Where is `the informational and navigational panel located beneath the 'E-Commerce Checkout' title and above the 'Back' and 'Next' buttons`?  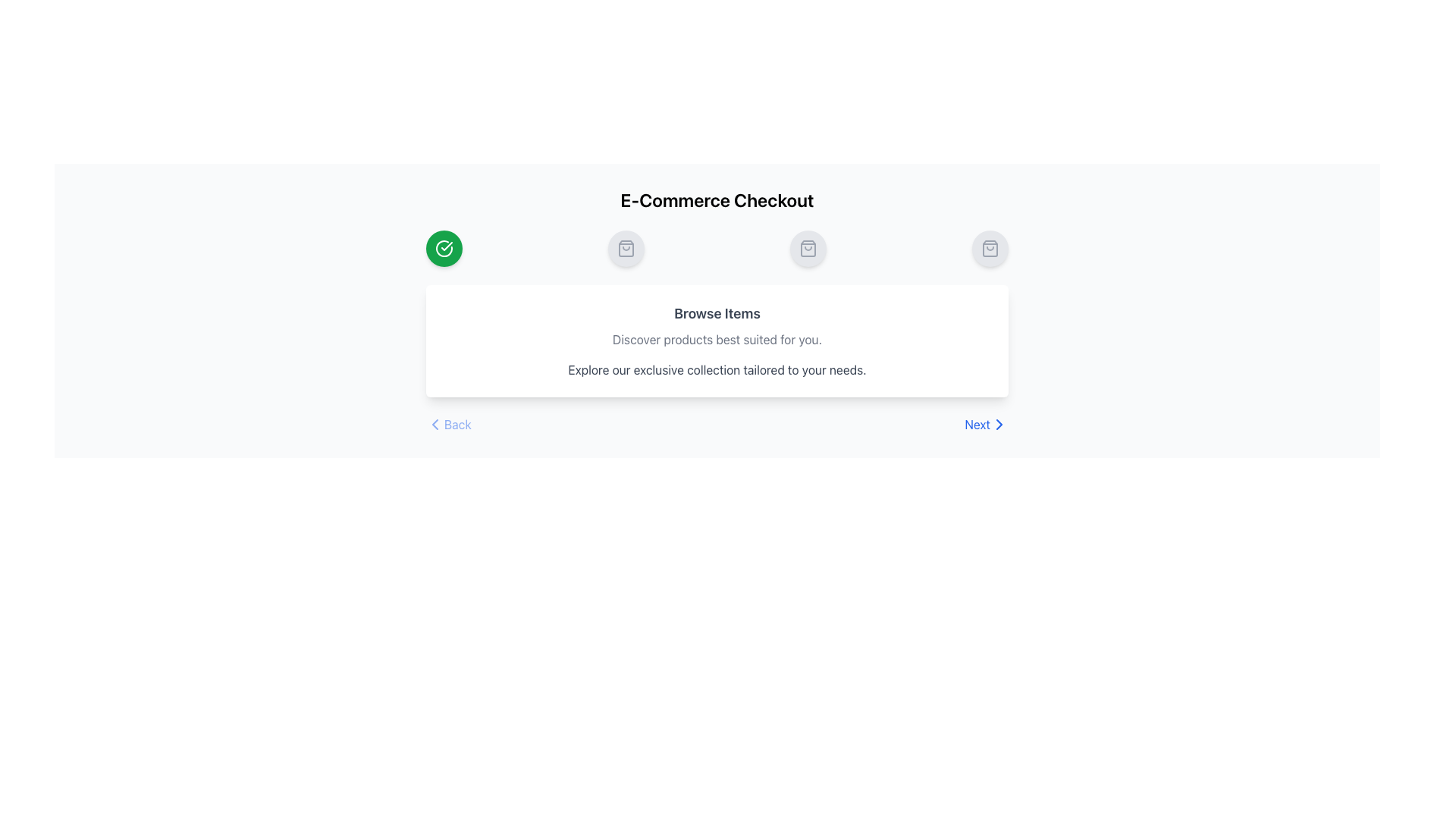 the informational and navigational panel located beneath the 'E-Commerce Checkout' title and above the 'Back' and 'Next' buttons is located at coordinates (716, 309).